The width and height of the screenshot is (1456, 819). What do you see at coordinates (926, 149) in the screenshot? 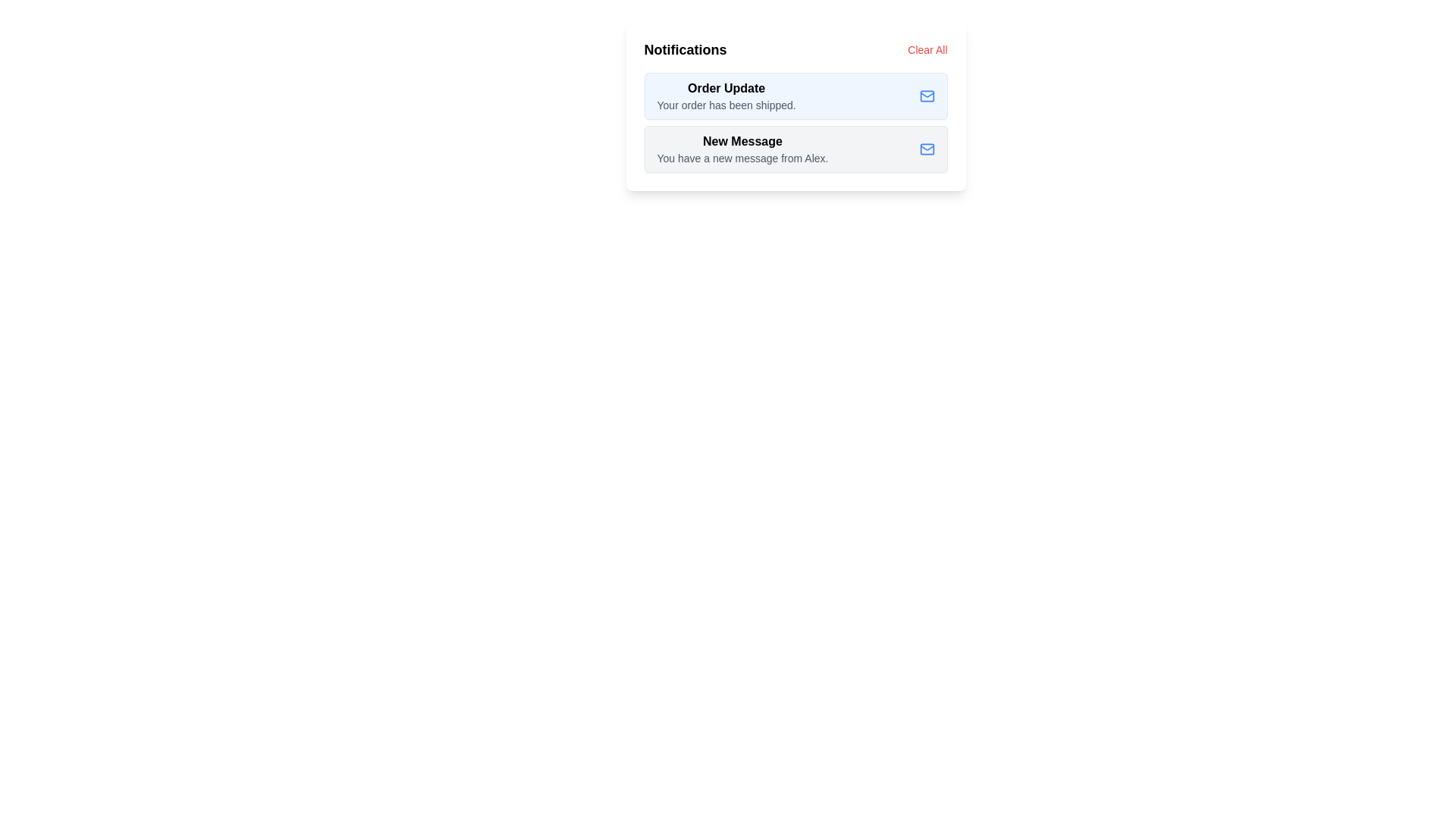
I see `the rectangular part of the envelope design icon in the New Message notification card` at bounding box center [926, 149].